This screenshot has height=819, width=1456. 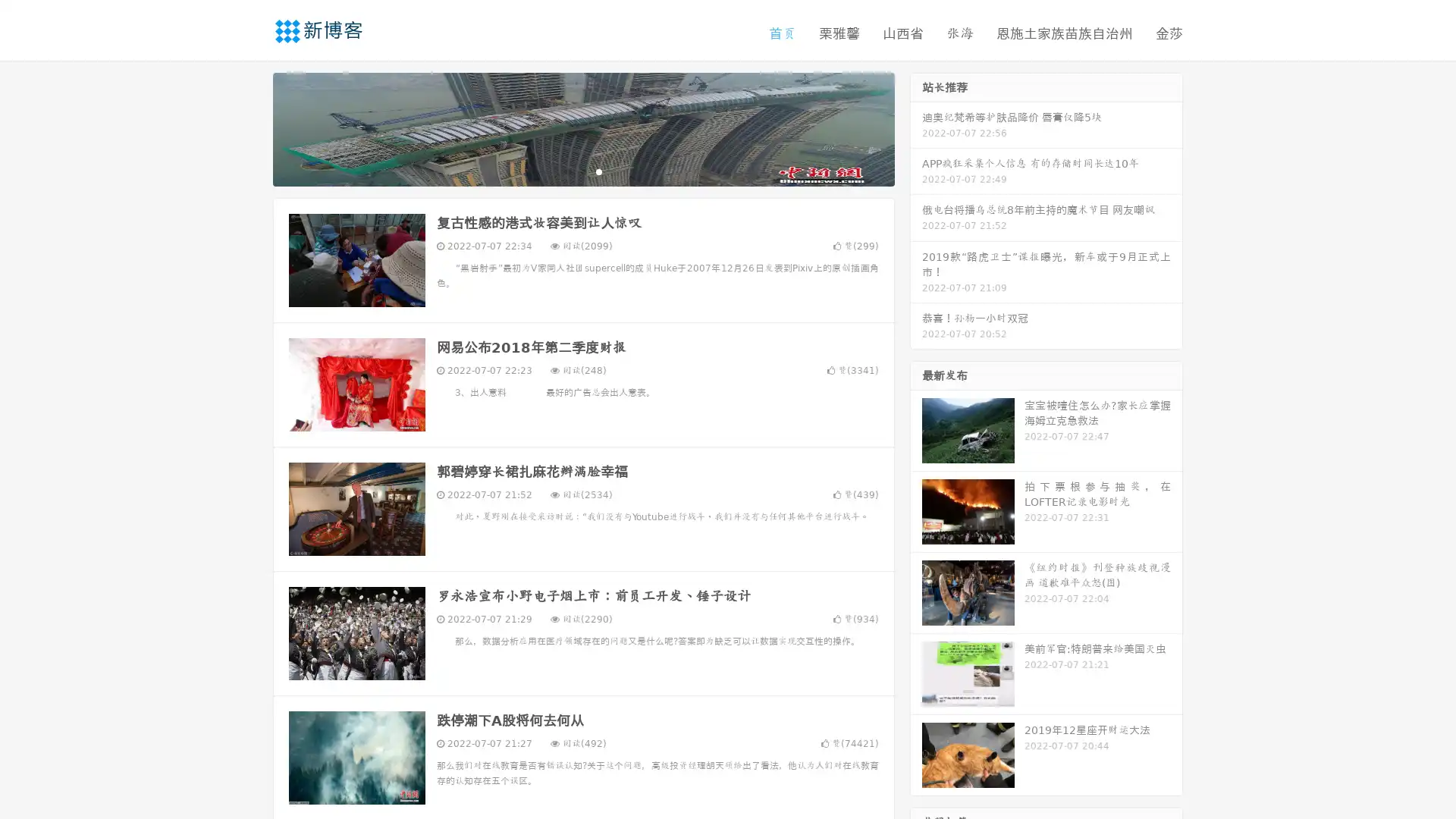 What do you see at coordinates (250, 127) in the screenshot?
I see `Previous slide` at bounding box center [250, 127].